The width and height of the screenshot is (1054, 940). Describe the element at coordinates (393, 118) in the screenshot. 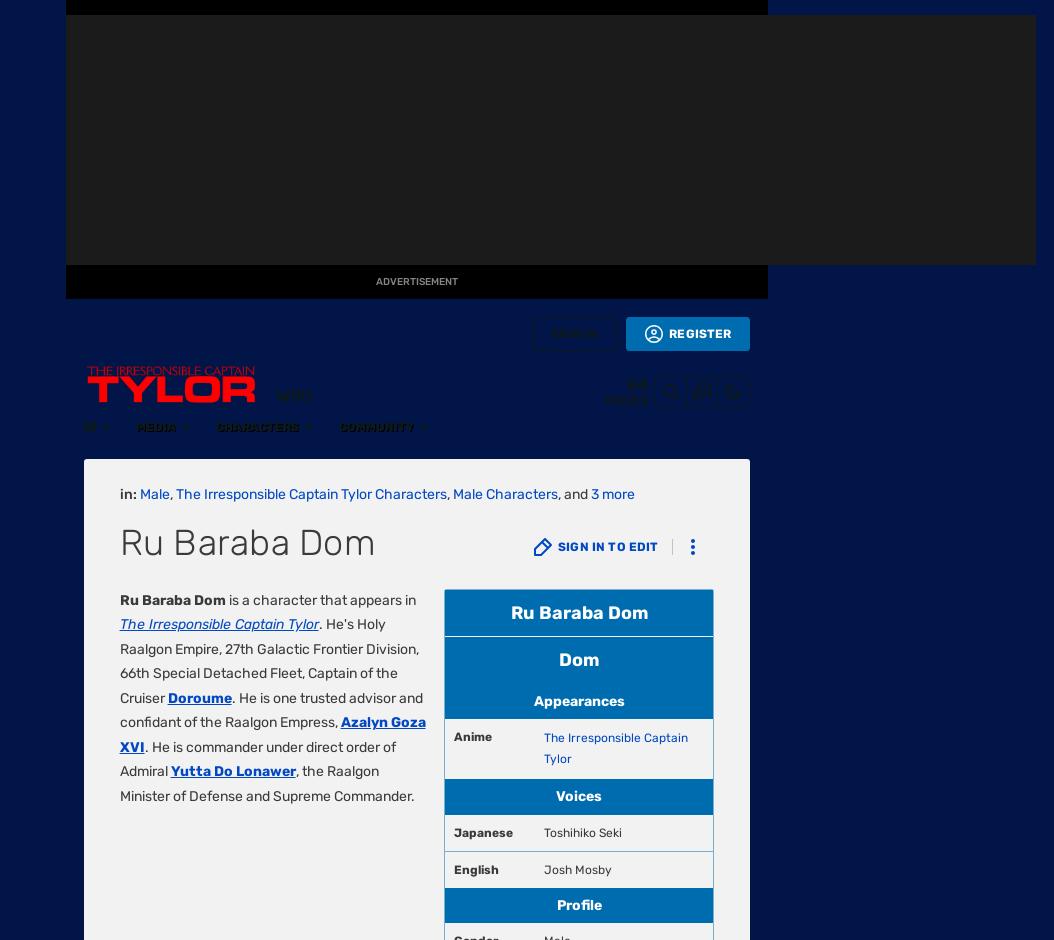

I see `'CC-BY-SA'` at that location.